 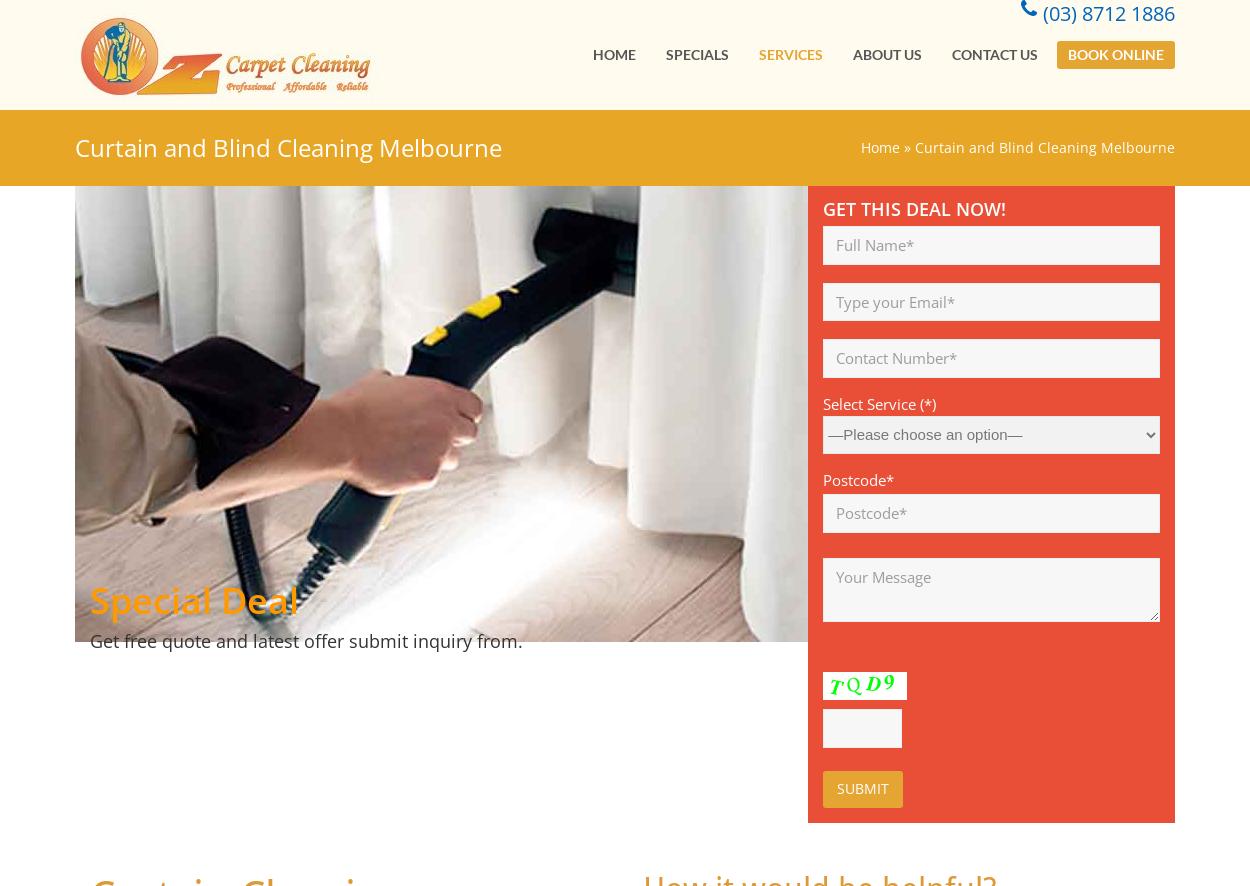 I want to click on 'Select Service (*)', so click(x=879, y=403).